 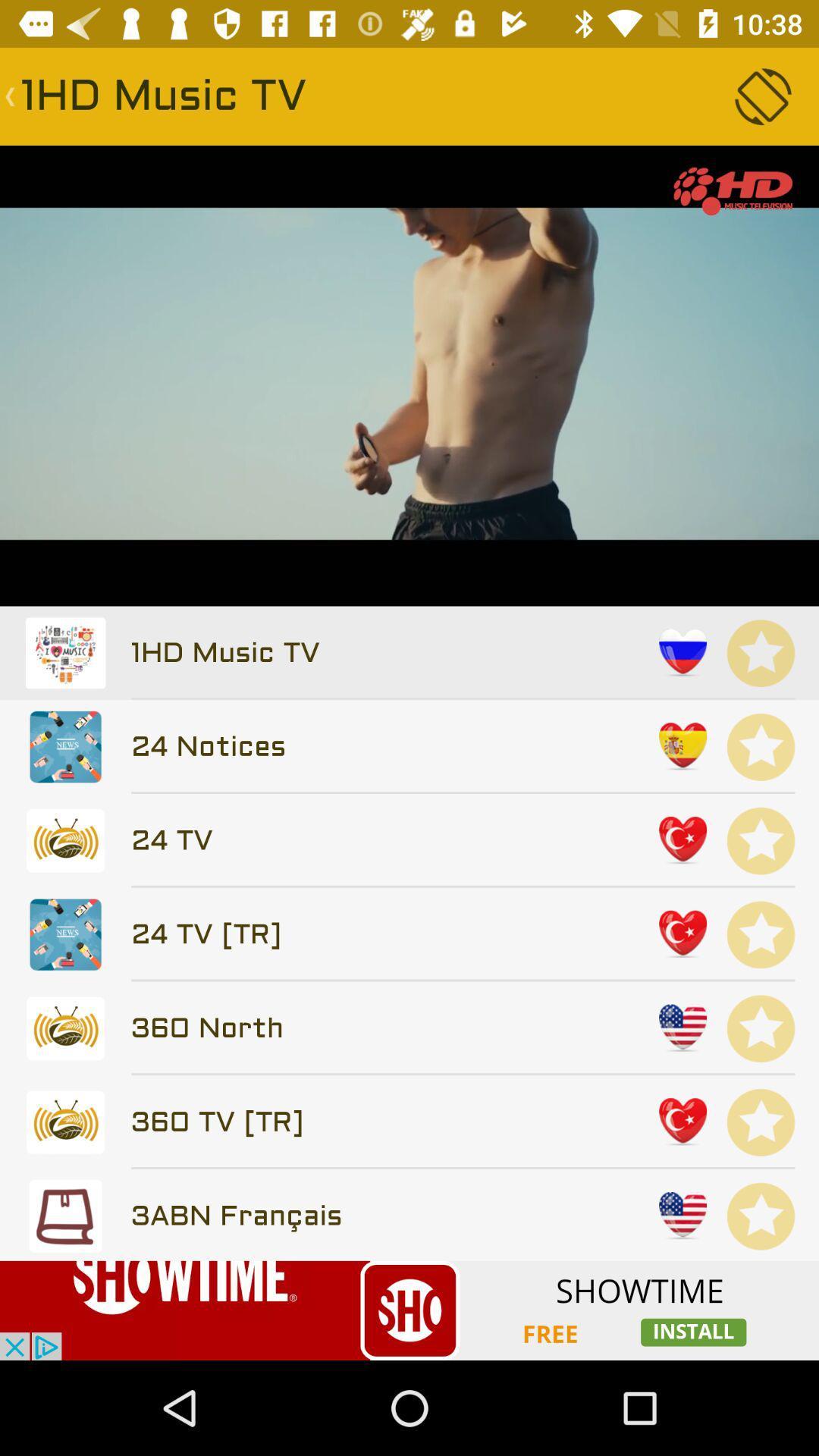 I want to click on open advertisement, so click(x=409, y=1310).